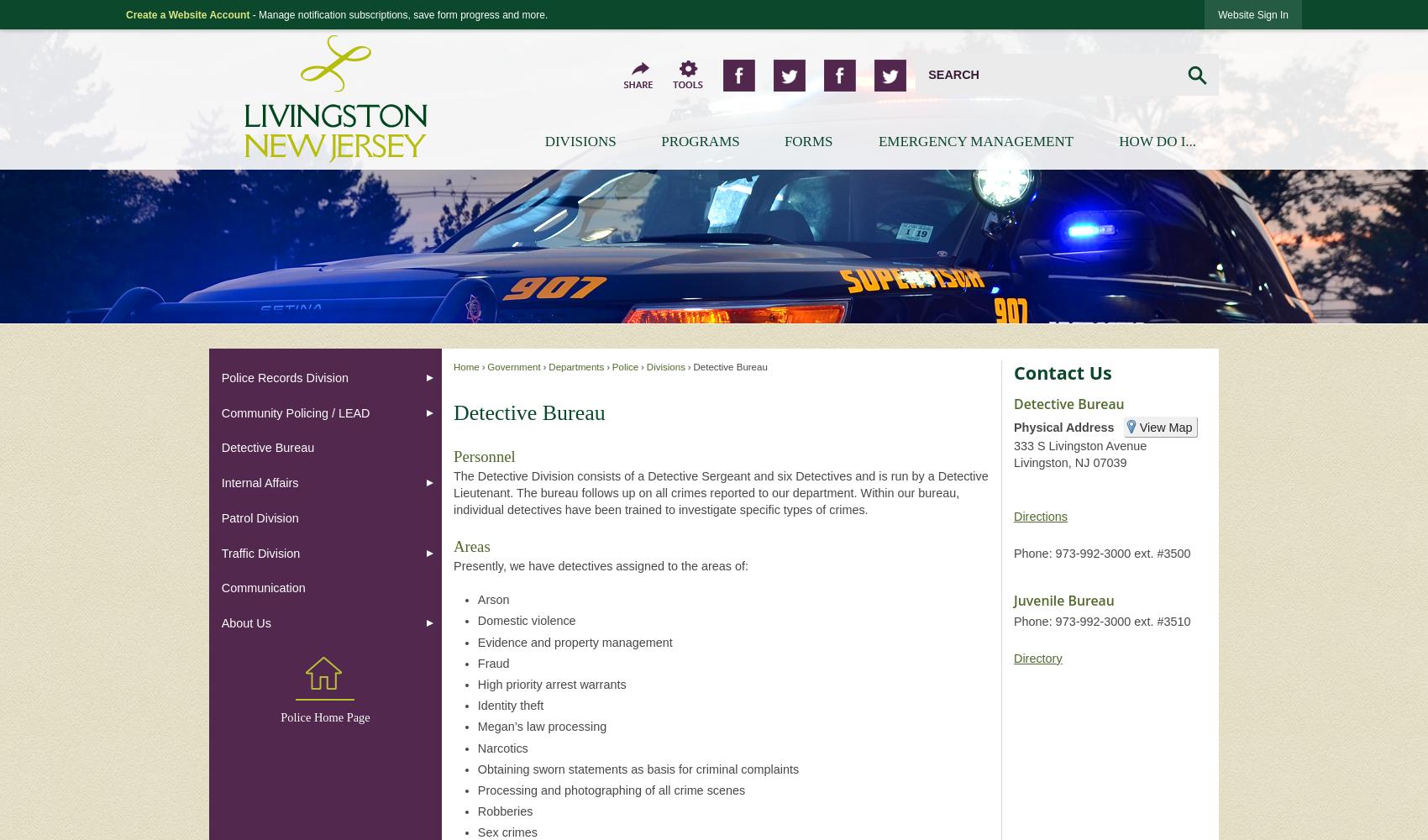 This screenshot has width=1428, height=840. What do you see at coordinates (475, 789) in the screenshot?
I see `'Processing and photographing of all crime scenes'` at bounding box center [475, 789].